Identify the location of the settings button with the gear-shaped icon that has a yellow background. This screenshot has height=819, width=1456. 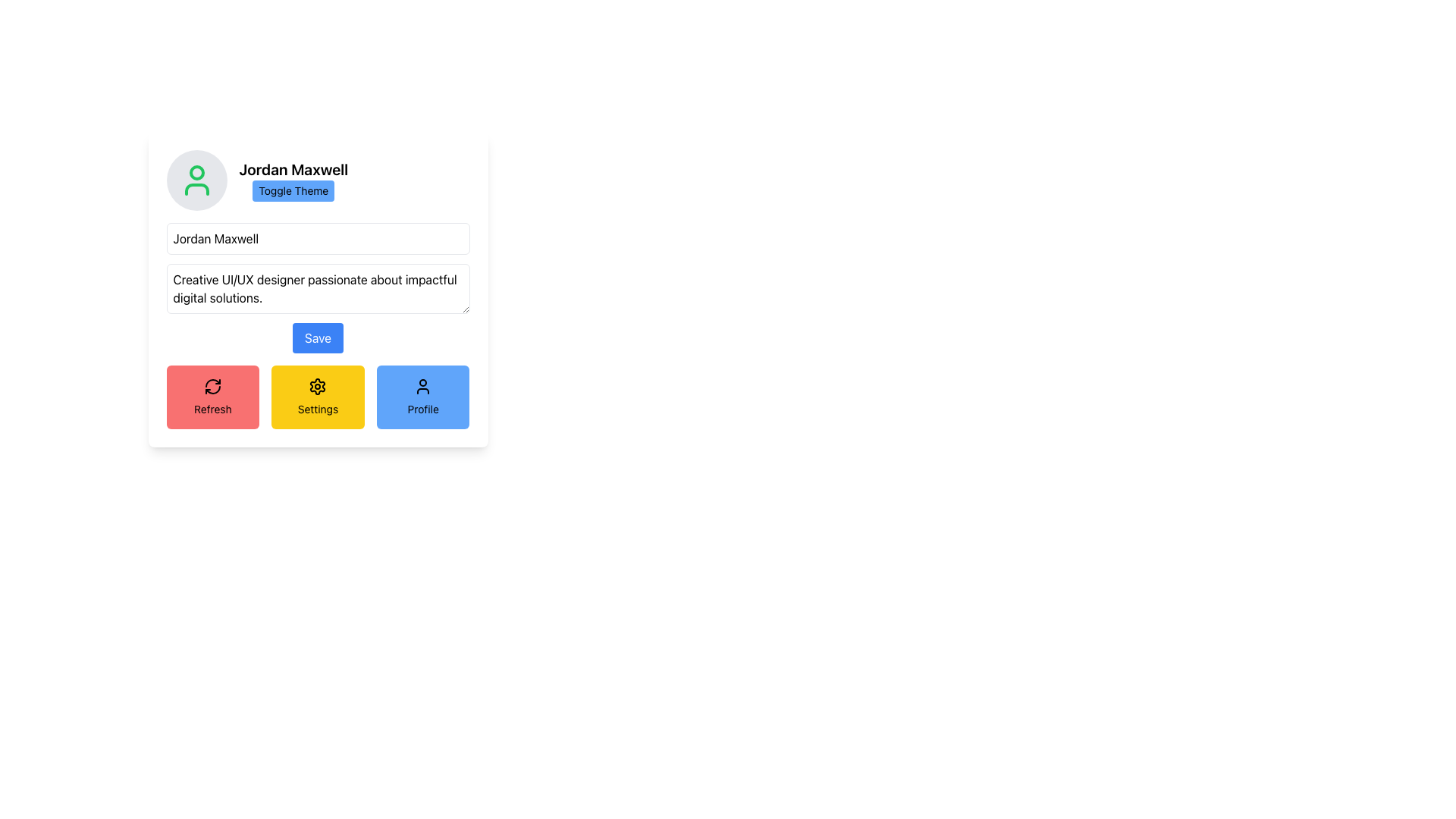
(317, 385).